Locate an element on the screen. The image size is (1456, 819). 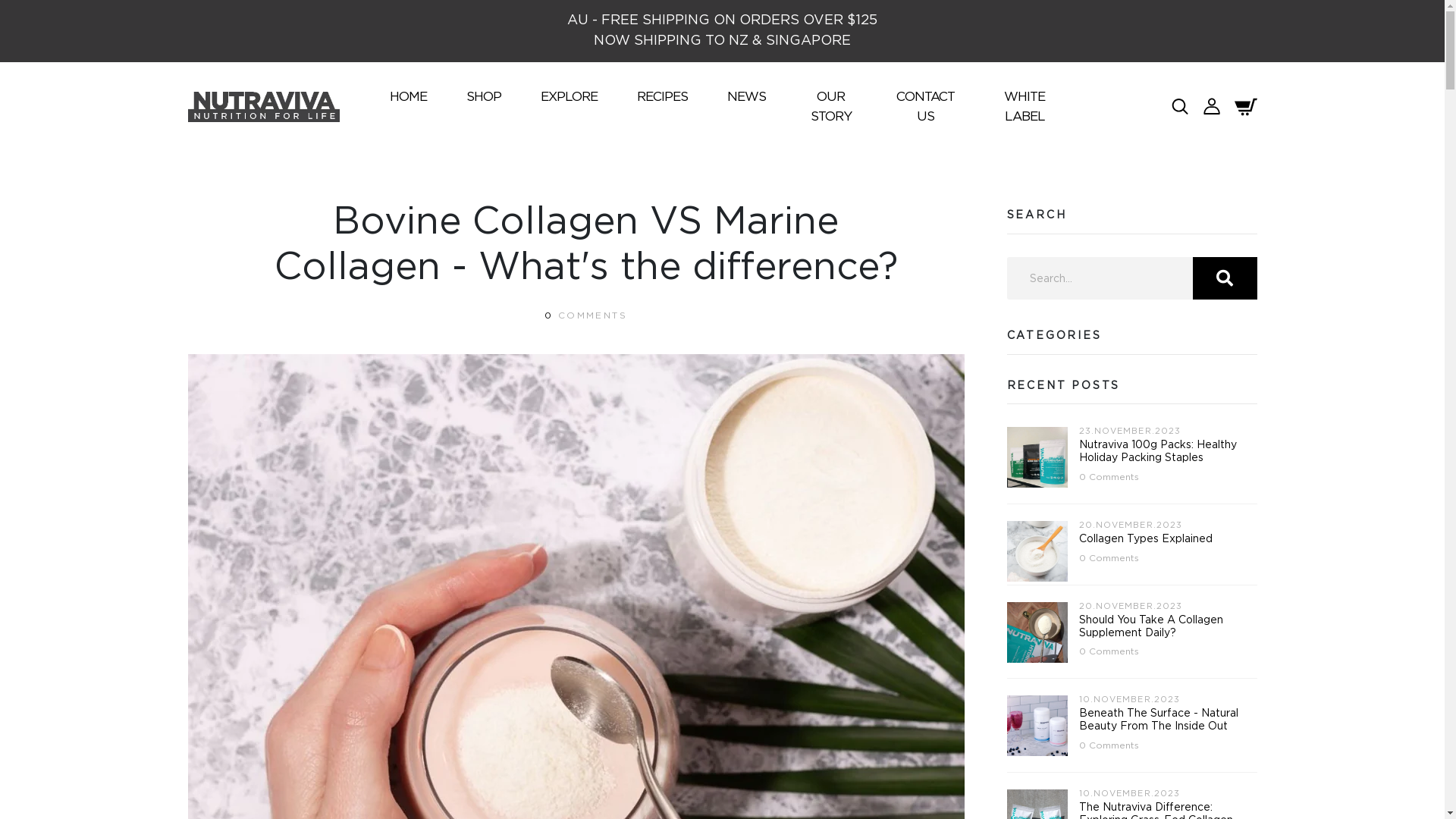
'image/svg+xml' is located at coordinates (1211, 104).